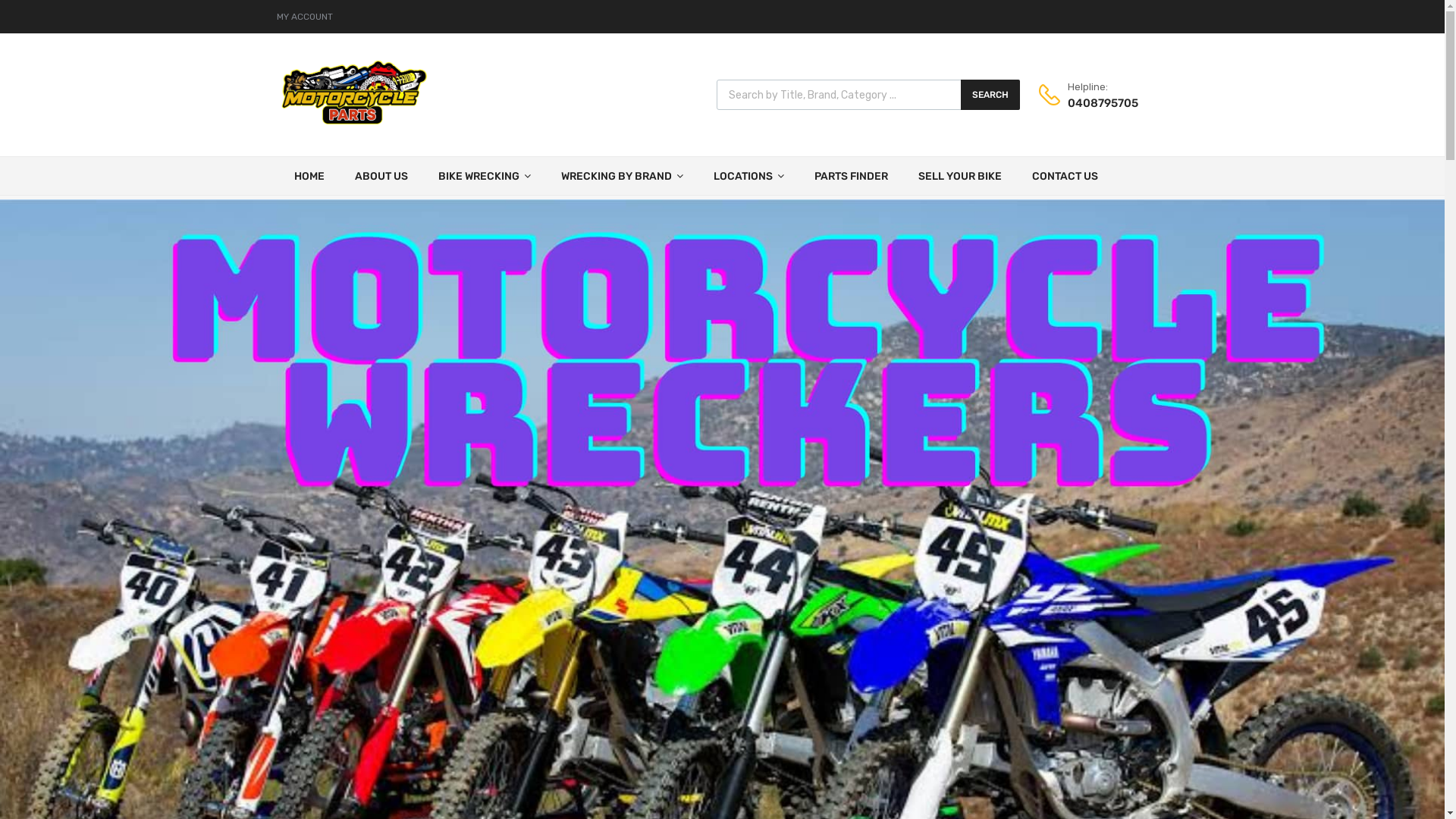  I want to click on 'BIKE WRECKING', so click(422, 174).